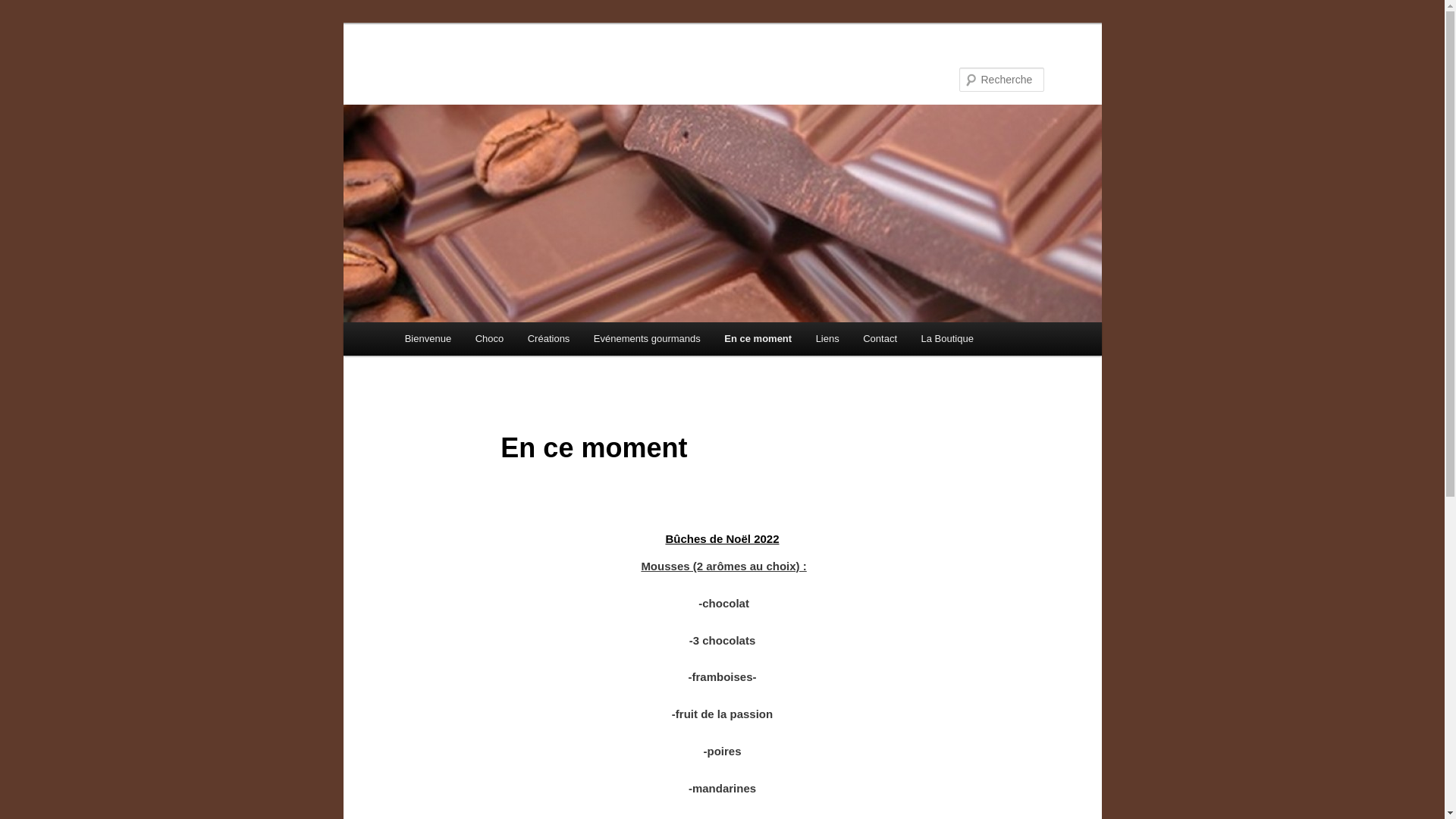  What do you see at coordinates (477, 341) in the screenshot?
I see `'Aller au contenu principal'` at bounding box center [477, 341].